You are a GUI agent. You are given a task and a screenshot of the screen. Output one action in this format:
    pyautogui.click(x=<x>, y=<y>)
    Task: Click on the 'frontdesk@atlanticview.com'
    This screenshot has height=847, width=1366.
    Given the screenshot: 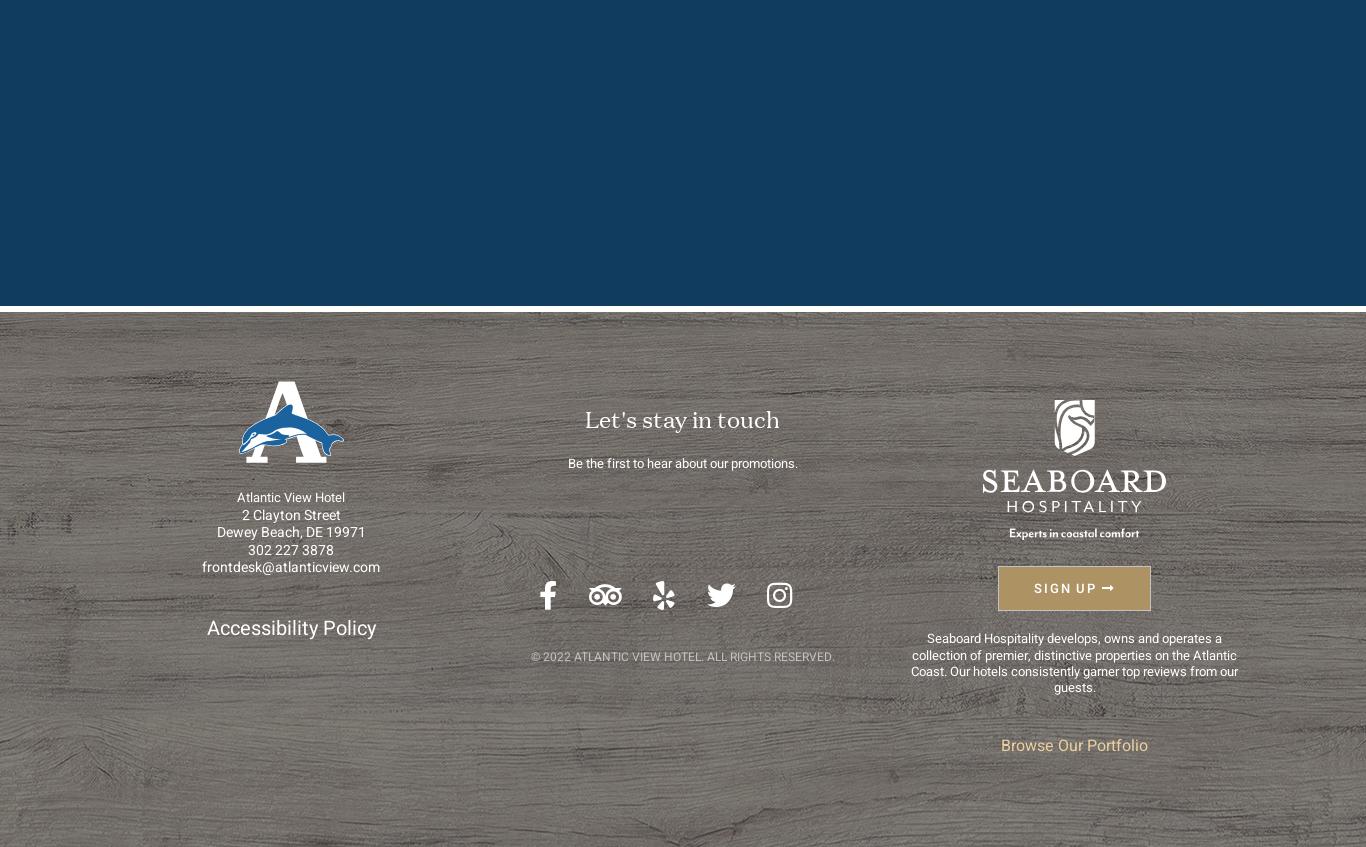 What is the action you would take?
    pyautogui.click(x=290, y=567)
    